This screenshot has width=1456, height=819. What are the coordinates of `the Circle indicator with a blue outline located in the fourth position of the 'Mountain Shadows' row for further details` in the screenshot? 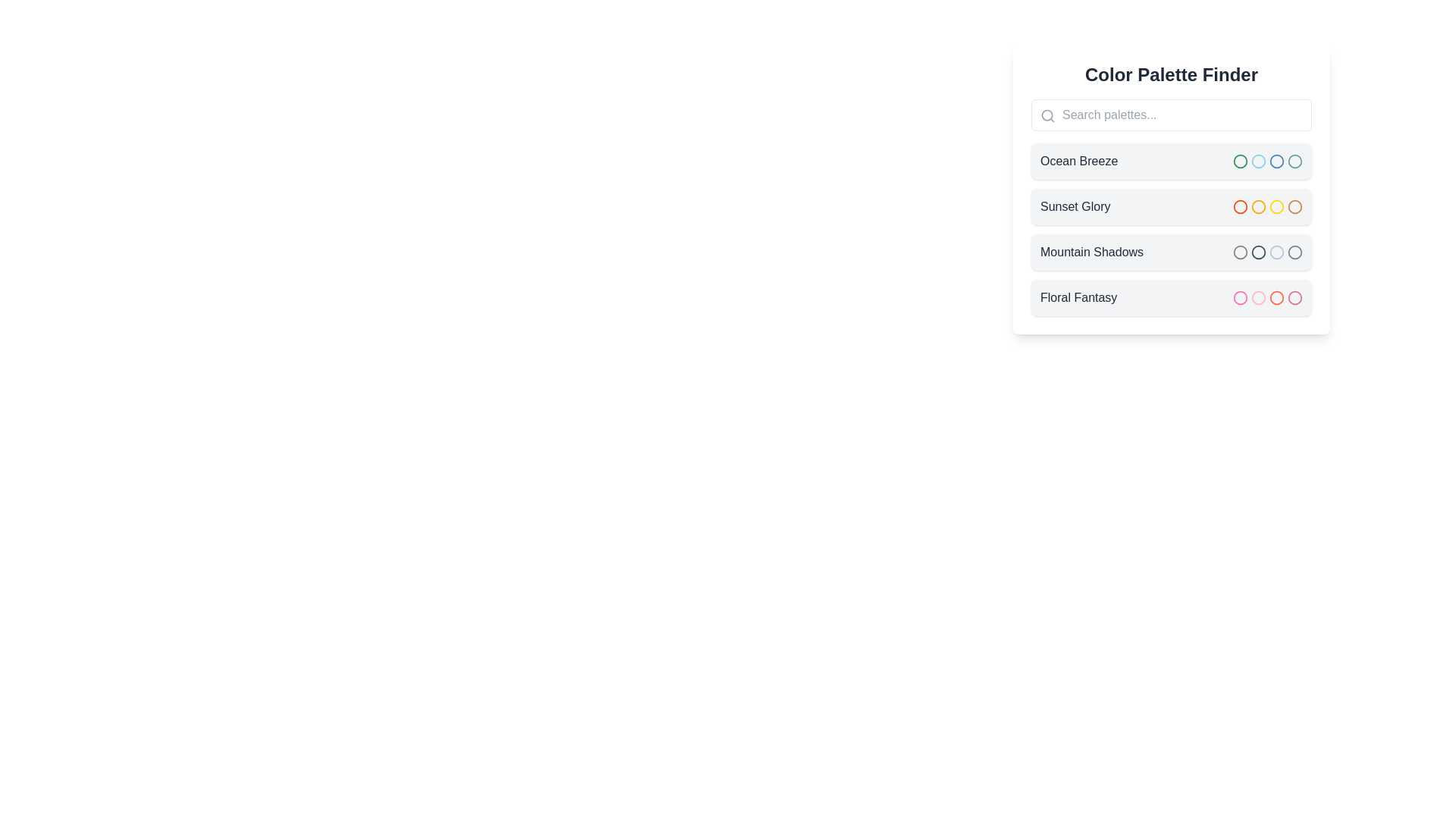 It's located at (1276, 251).